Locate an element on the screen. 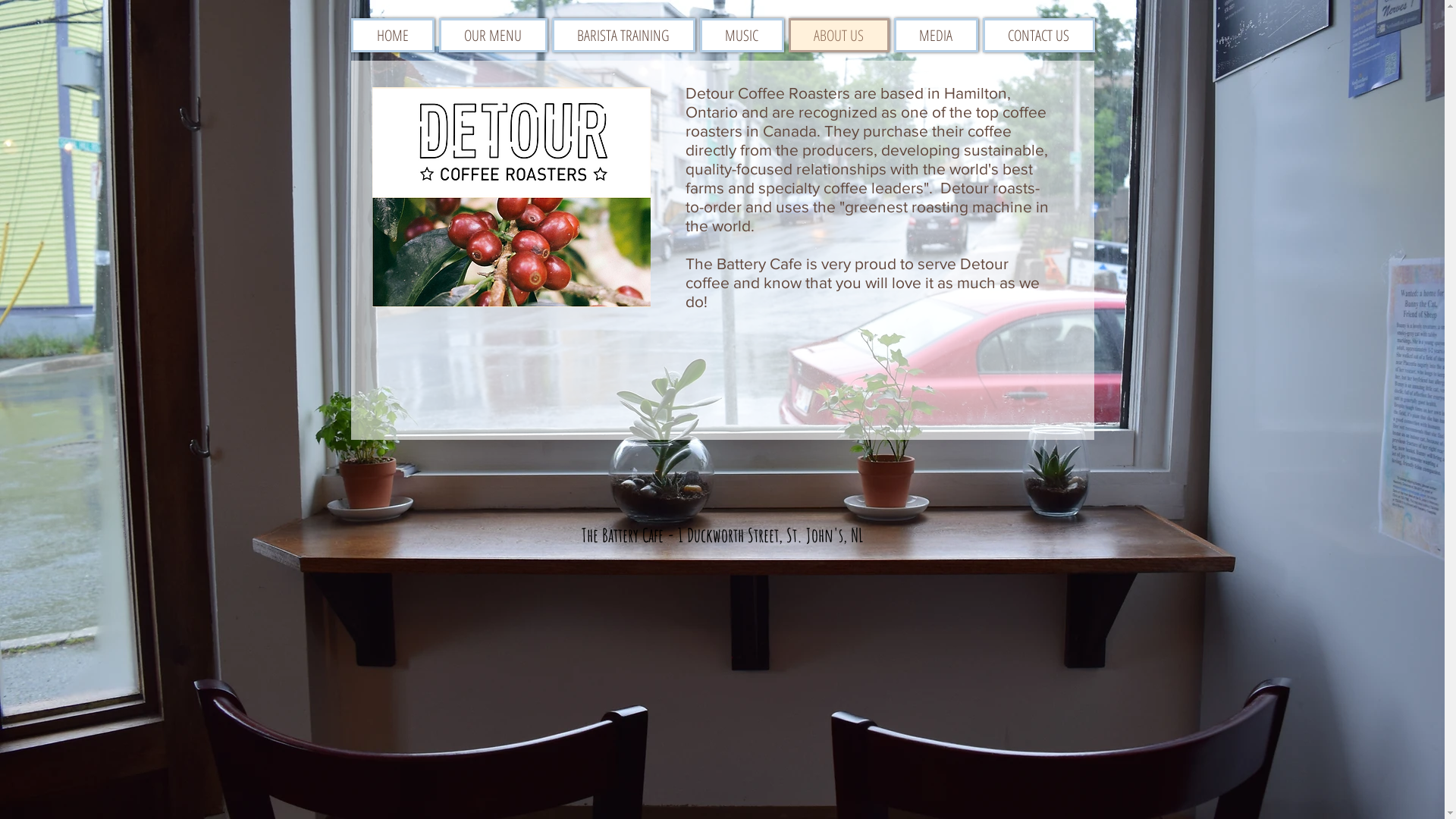  'MEDIA' is located at coordinates (934, 34).